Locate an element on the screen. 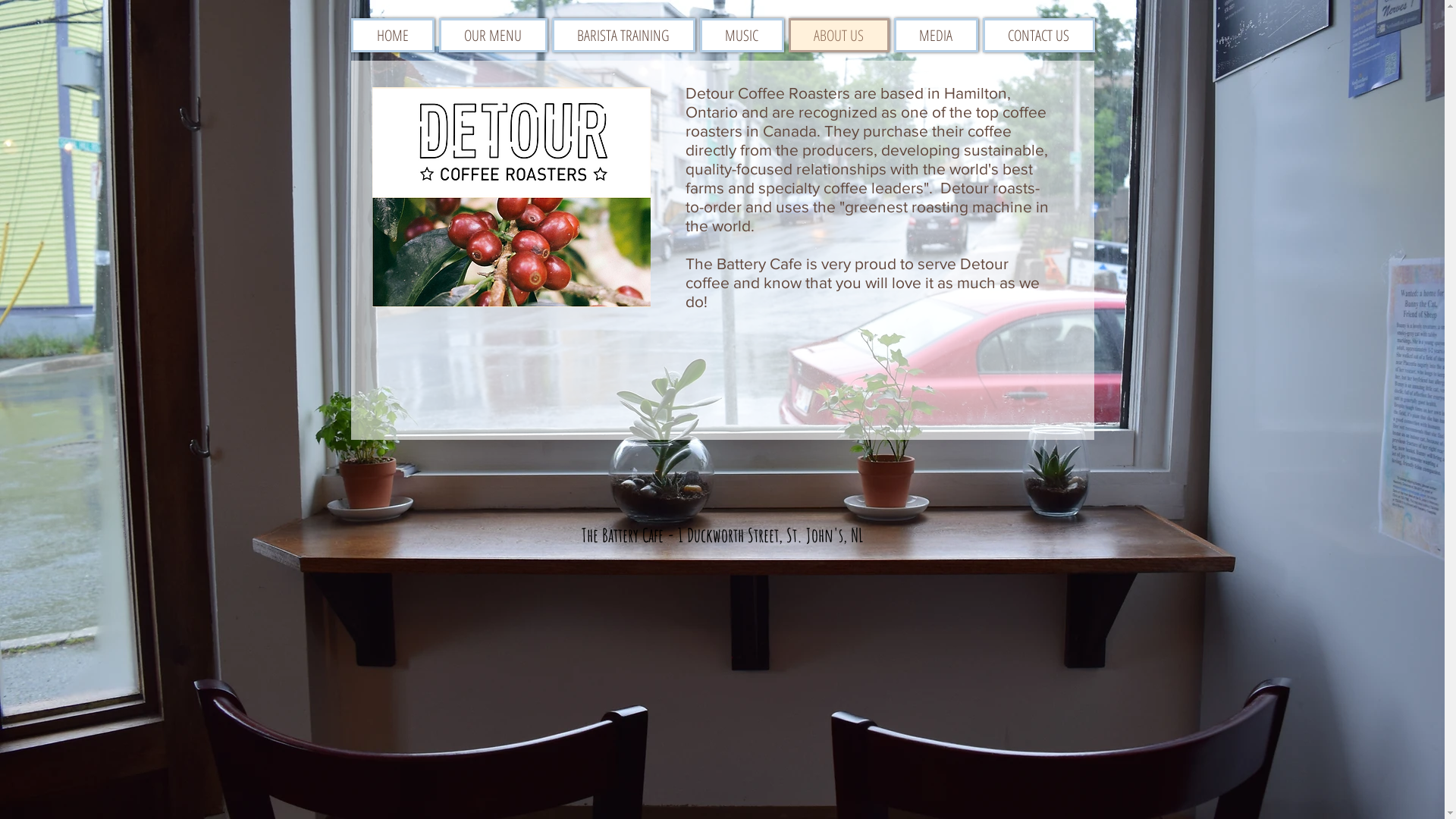  'MEDIA' is located at coordinates (934, 34).